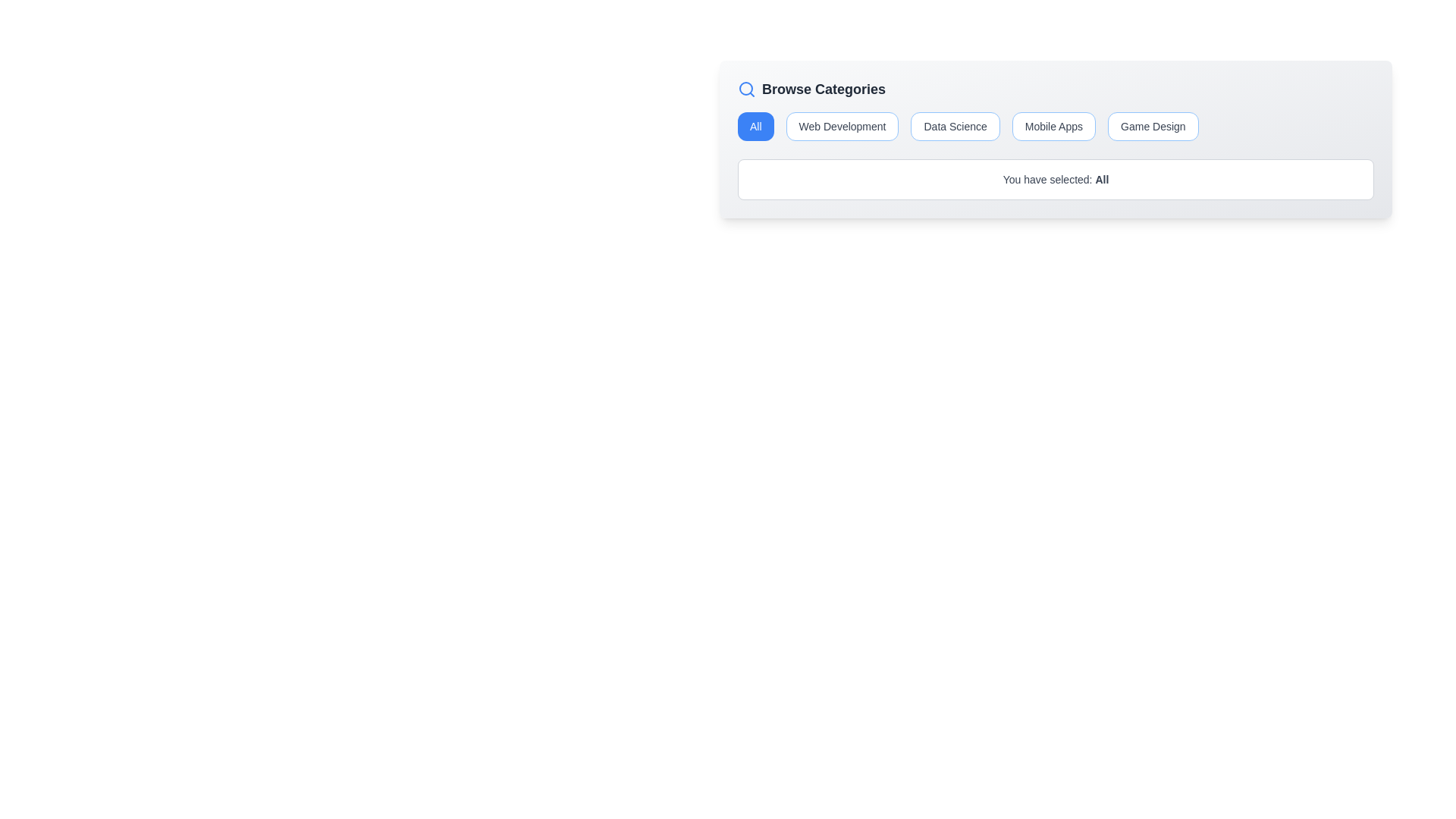 The width and height of the screenshot is (1456, 819). I want to click on the magnifying glass icon located to the left of the 'Browse Categories' text, so click(746, 89).